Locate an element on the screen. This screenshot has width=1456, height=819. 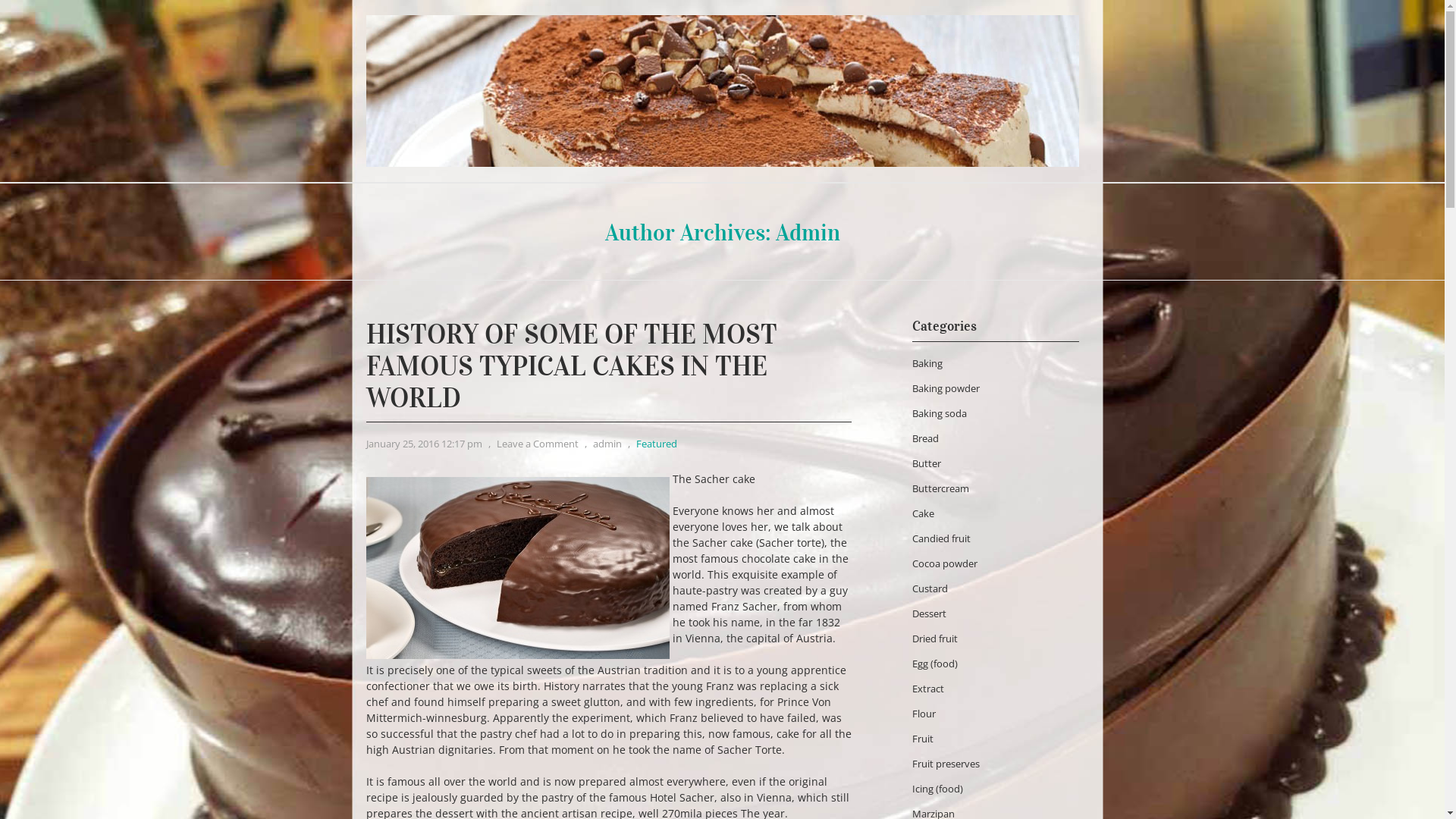
'Dessert' is located at coordinates (910, 613).